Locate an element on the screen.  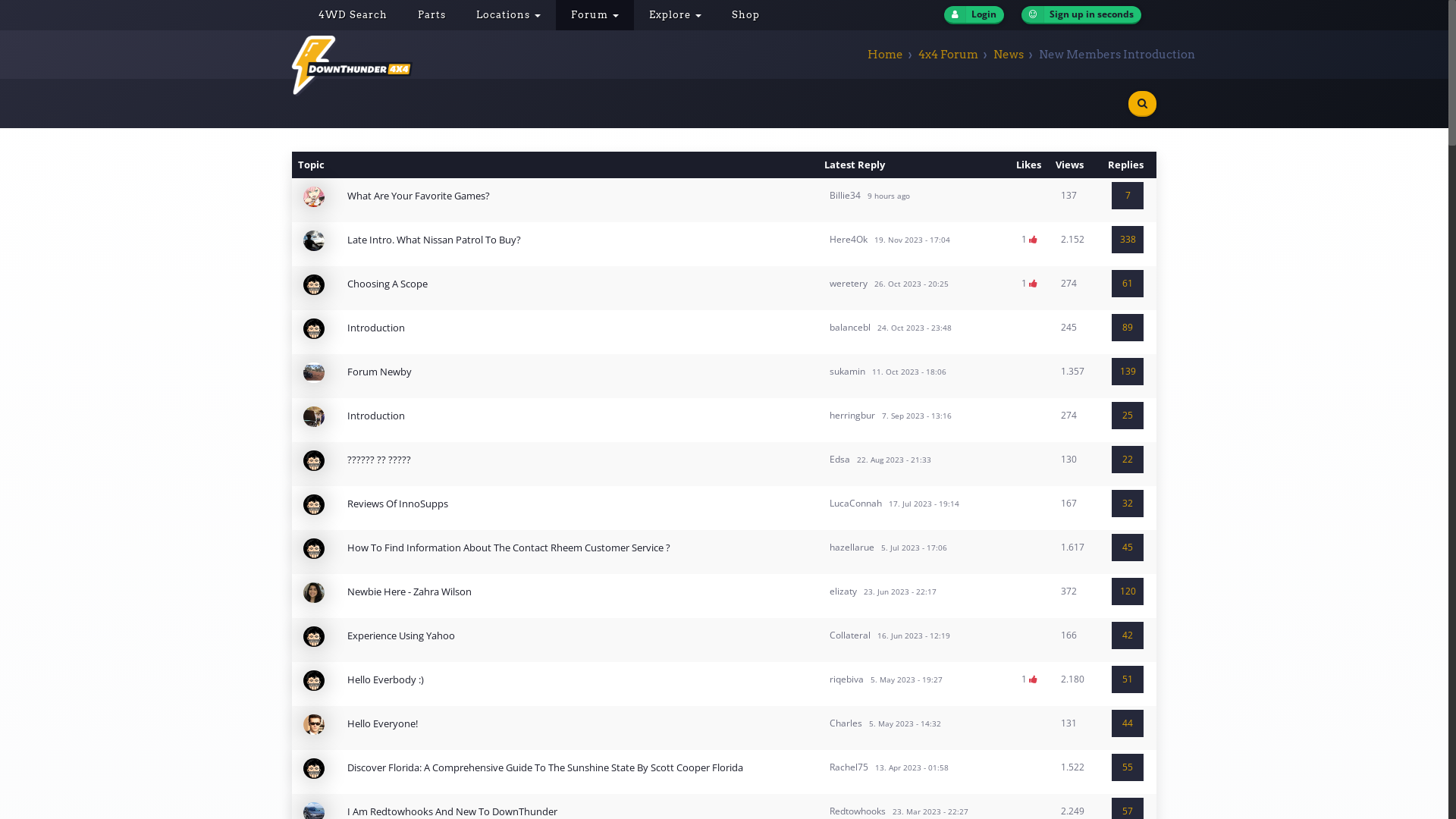
'Reviews Of InnoSupps' is located at coordinates (397, 503).